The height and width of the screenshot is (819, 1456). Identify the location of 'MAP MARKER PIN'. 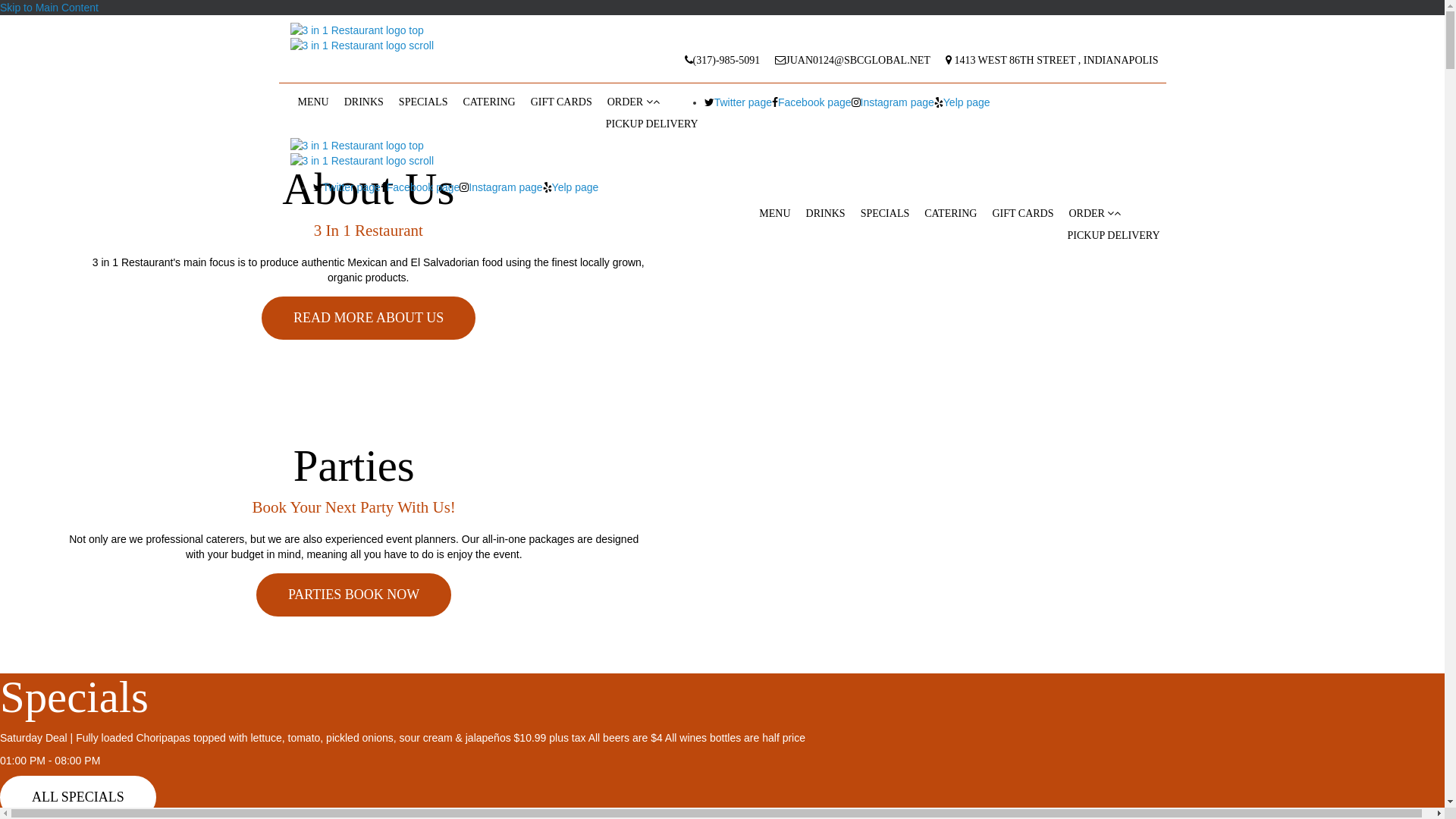
(553, 65).